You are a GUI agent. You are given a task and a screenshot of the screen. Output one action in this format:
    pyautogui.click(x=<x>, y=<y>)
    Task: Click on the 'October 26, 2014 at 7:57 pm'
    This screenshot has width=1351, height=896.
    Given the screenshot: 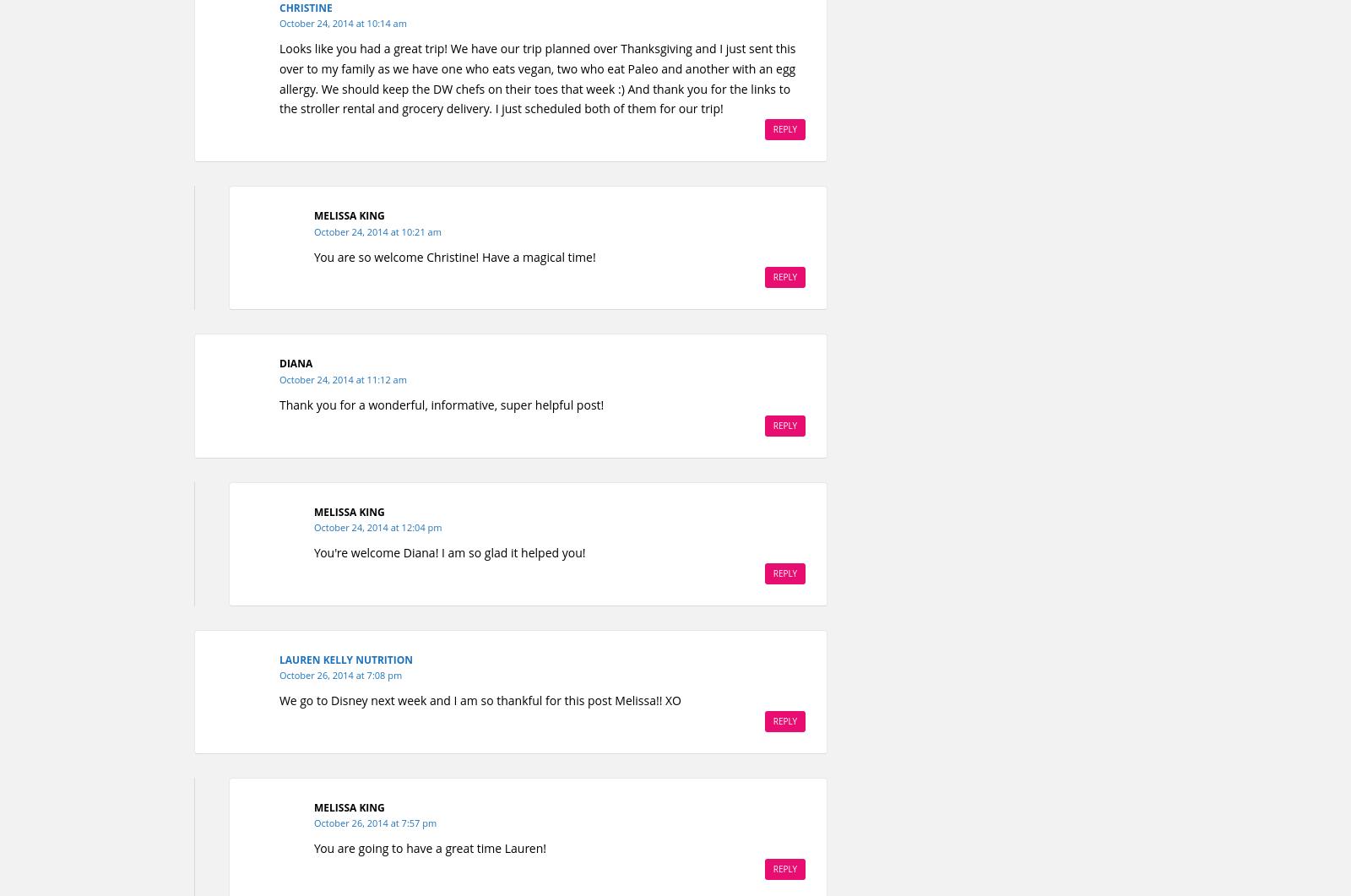 What is the action you would take?
    pyautogui.click(x=374, y=822)
    